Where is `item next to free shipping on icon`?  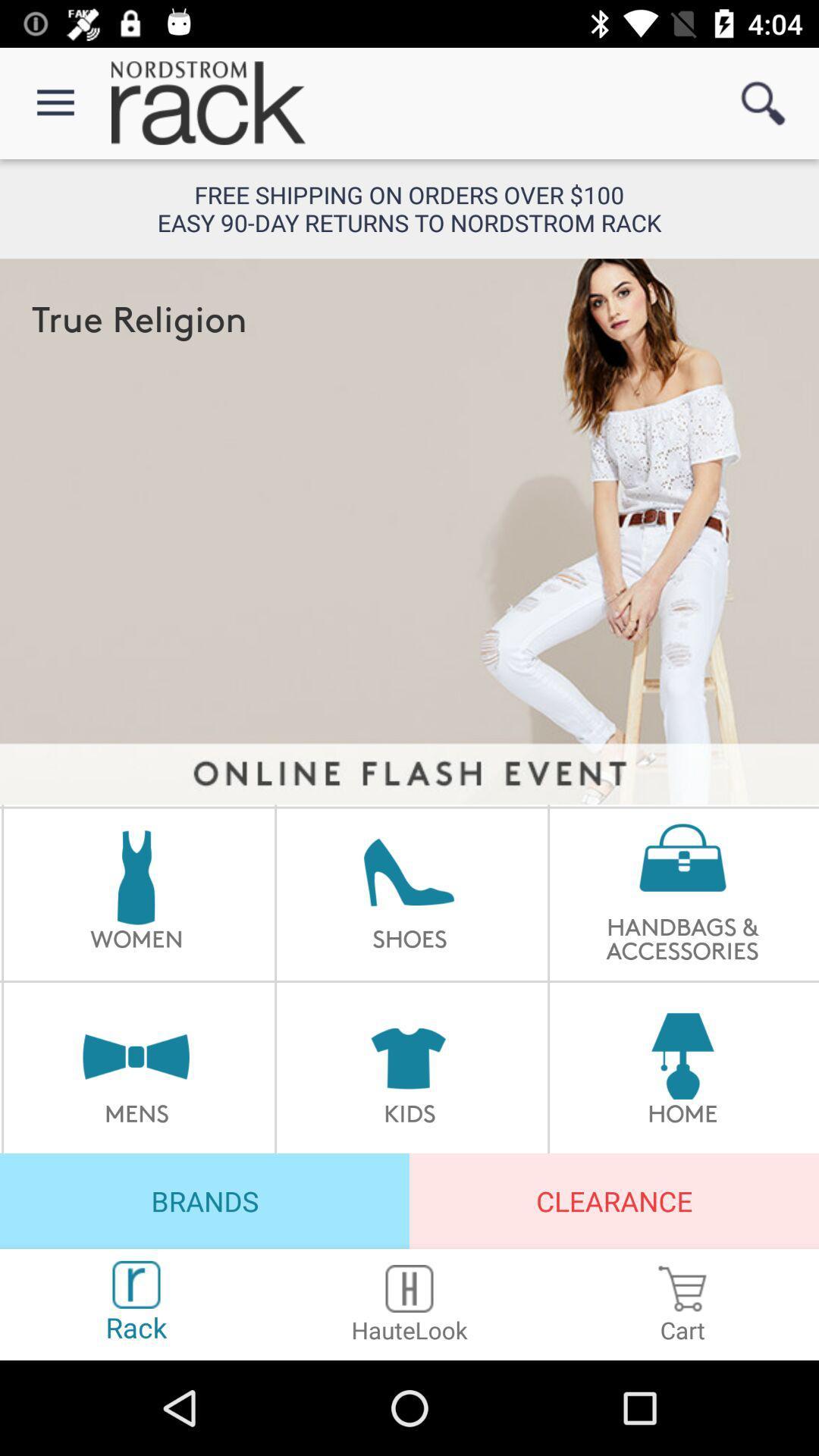 item next to free shipping on icon is located at coordinates (763, 102).